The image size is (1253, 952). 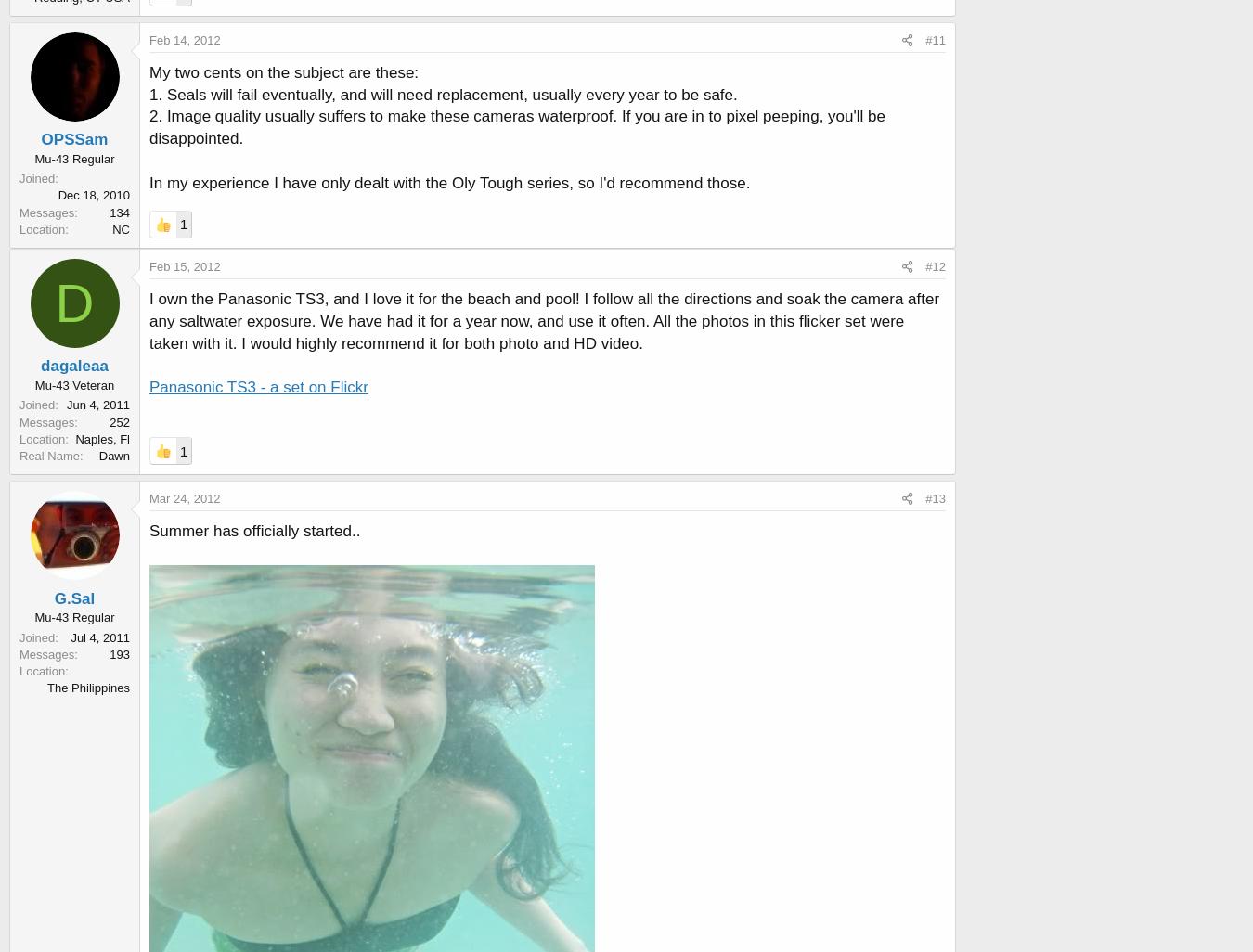 I want to click on 'My two cents on the subject are these:', so click(x=283, y=71).